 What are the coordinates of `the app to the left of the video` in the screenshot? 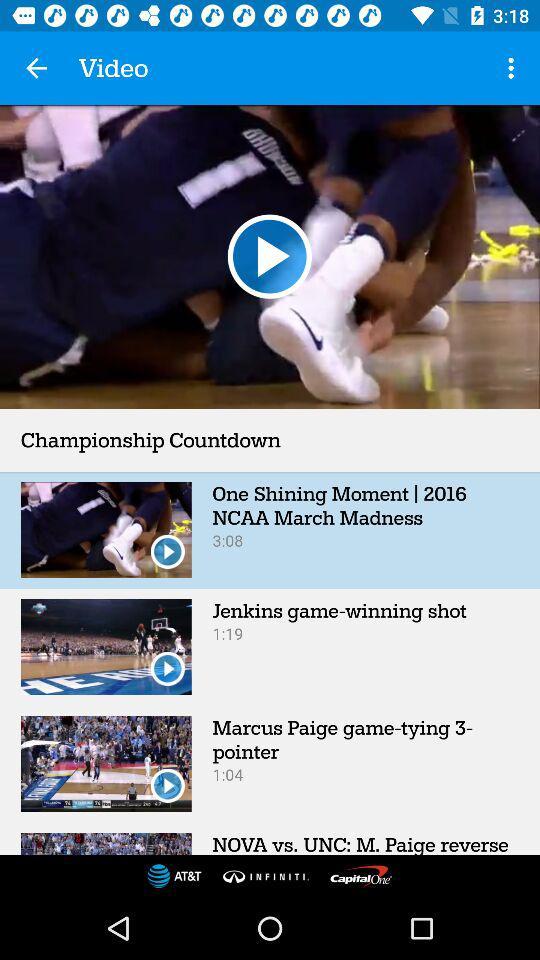 It's located at (36, 68).